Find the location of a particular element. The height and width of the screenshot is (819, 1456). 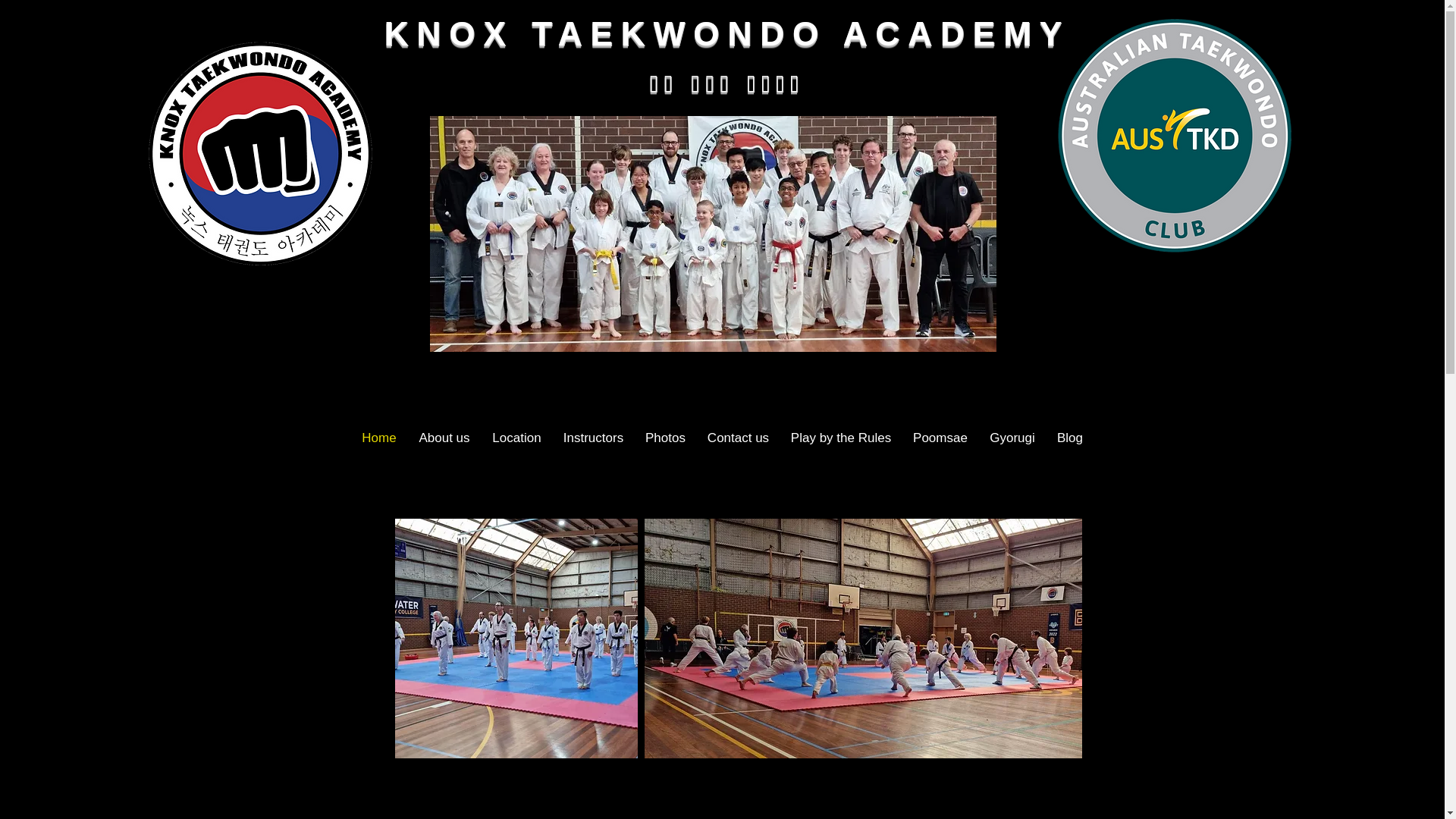

'Poomsae' is located at coordinates (940, 438).